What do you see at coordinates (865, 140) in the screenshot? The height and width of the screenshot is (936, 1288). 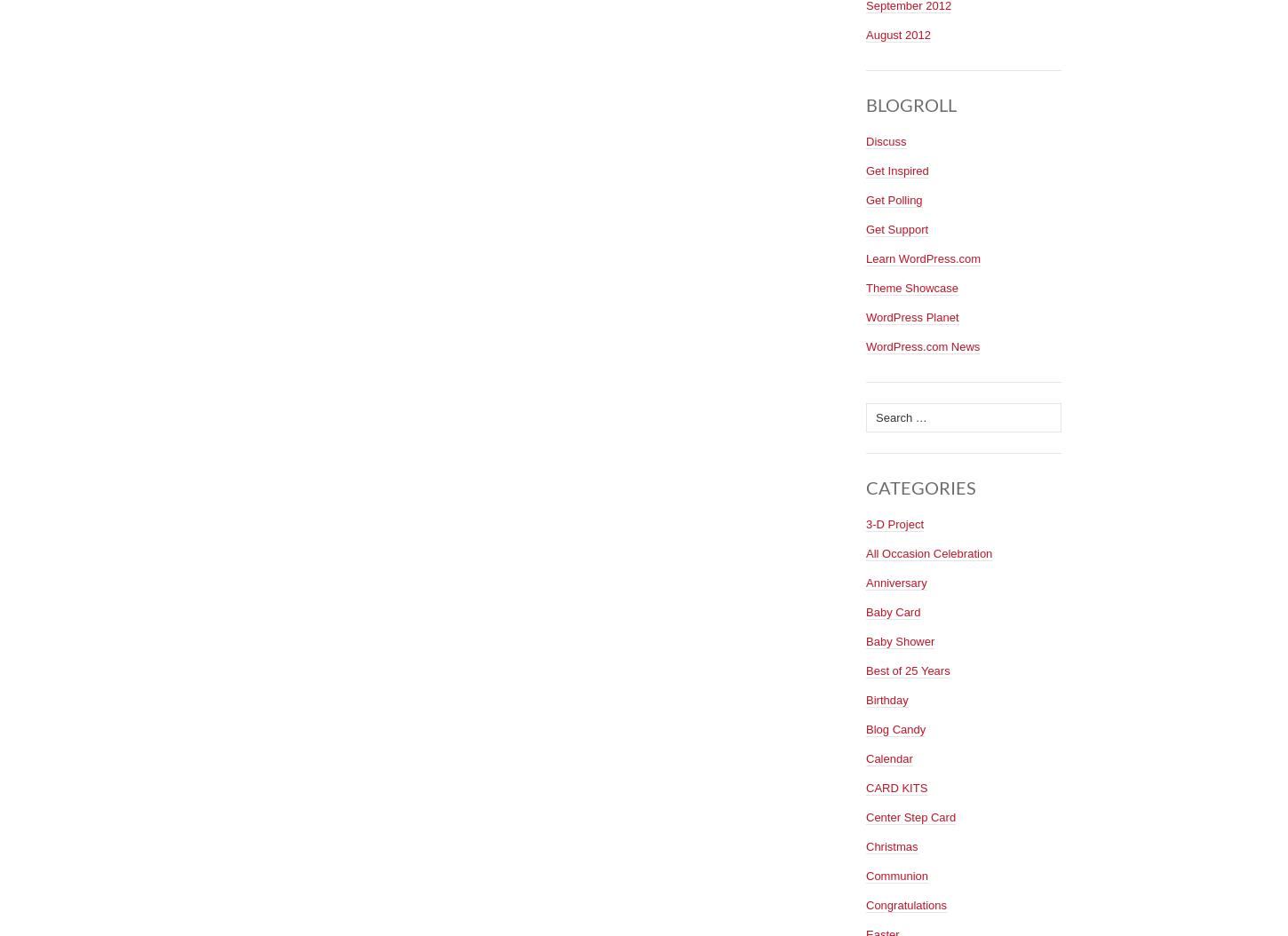 I see `'Discuss'` at bounding box center [865, 140].